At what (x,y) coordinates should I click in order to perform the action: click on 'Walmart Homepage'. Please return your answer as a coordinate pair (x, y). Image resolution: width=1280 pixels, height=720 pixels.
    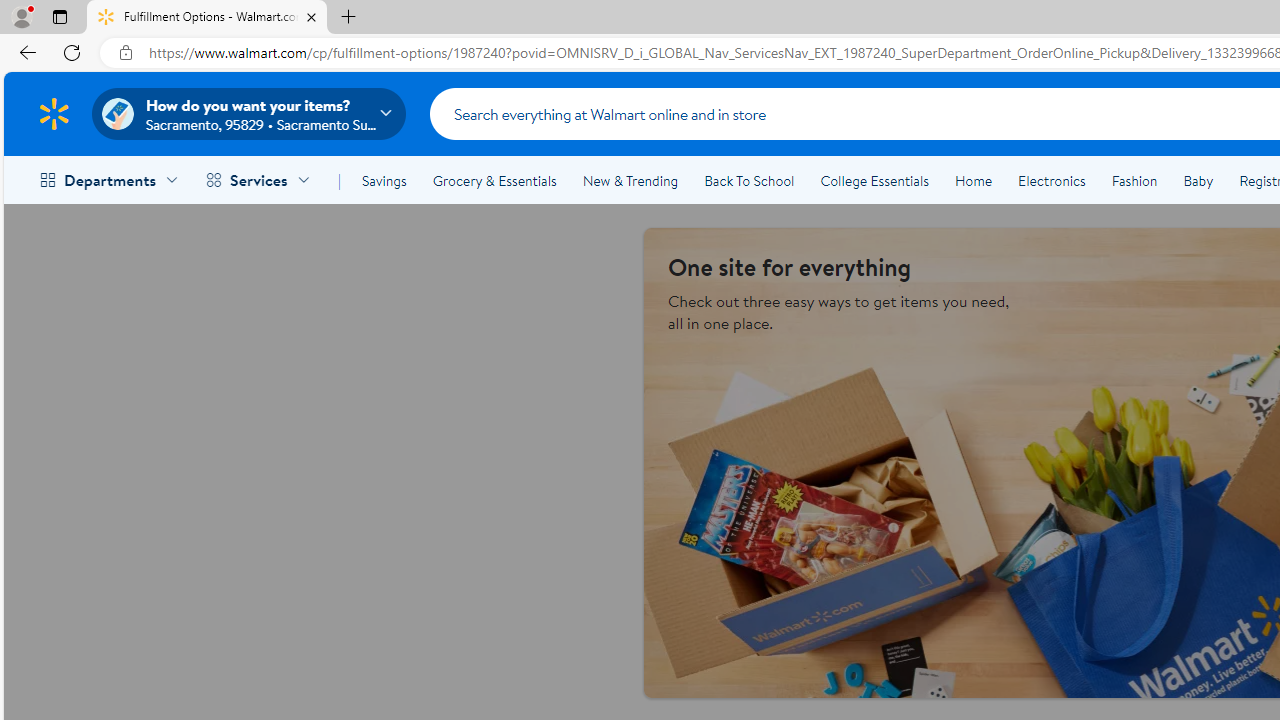
    Looking at the image, I should click on (53, 113).